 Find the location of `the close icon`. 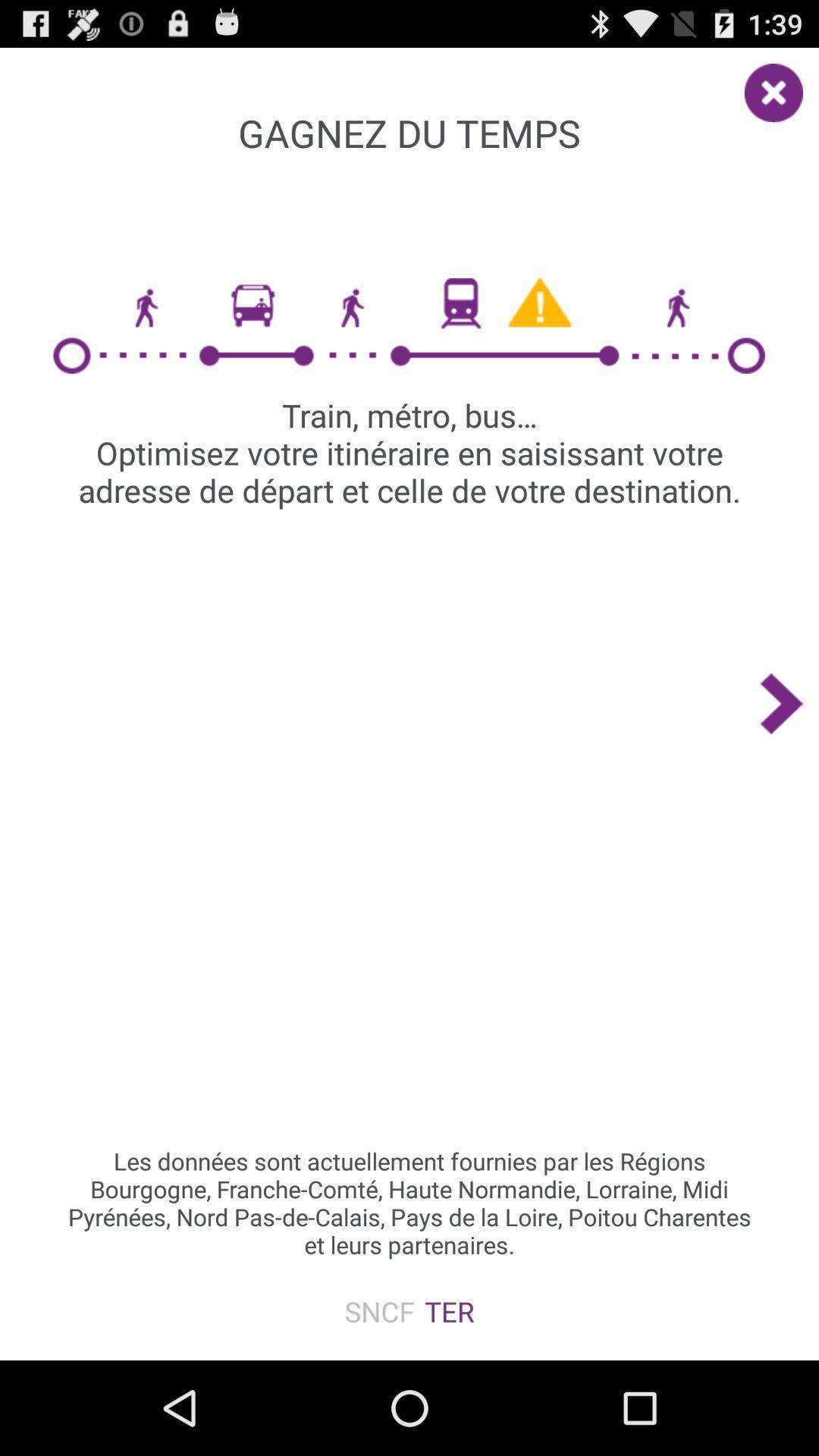

the close icon is located at coordinates (781, 90).